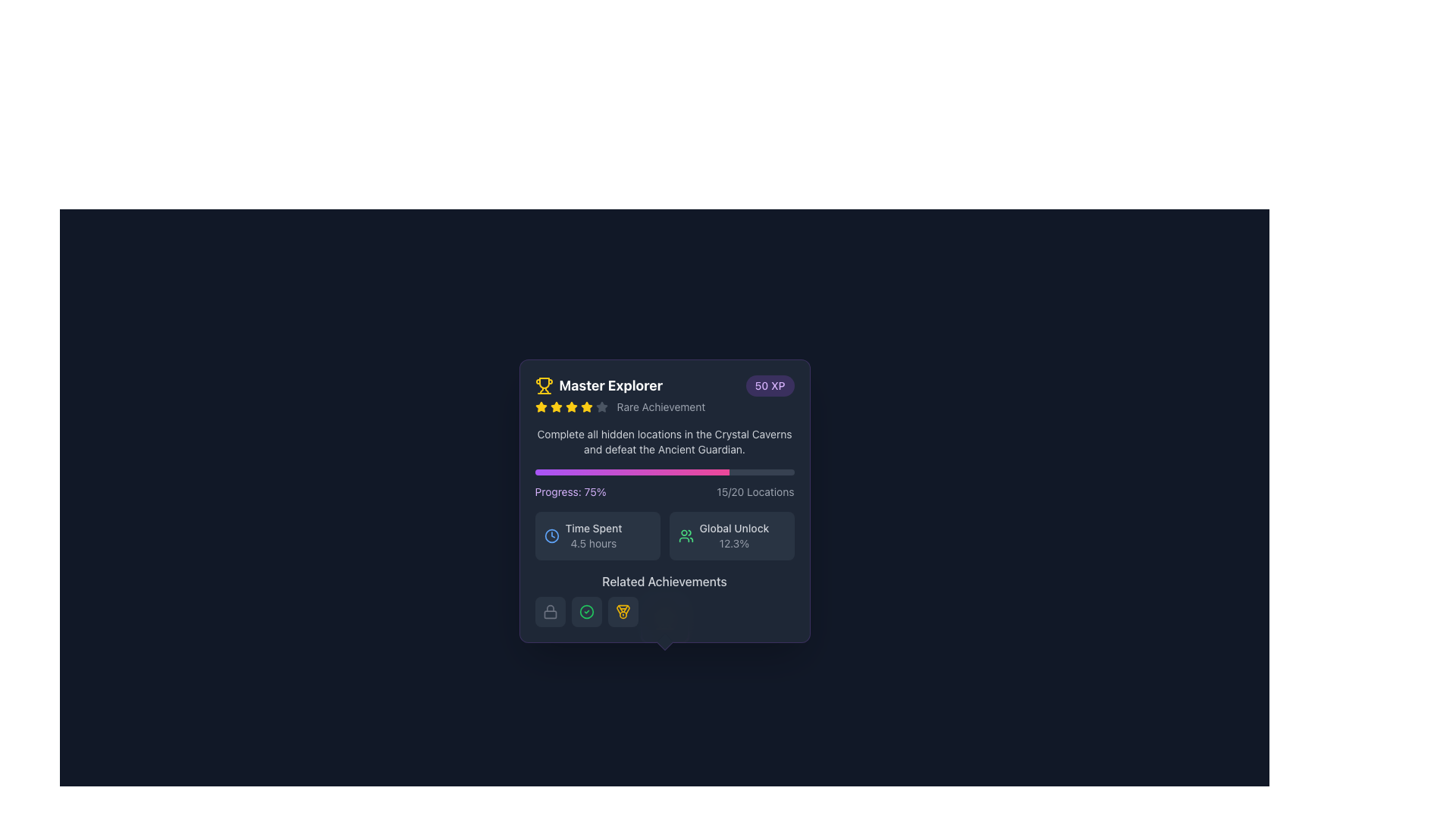 The image size is (1456, 819). What do you see at coordinates (664, 642) in the screenshot?
I see `the small, square-shaped decorative element styled as a diamond with a dark gray background and a semi-transparent purple border, located at the center of the bottom edge of the 'Master Explorer' achievement card` at bounding box center [664, 642].